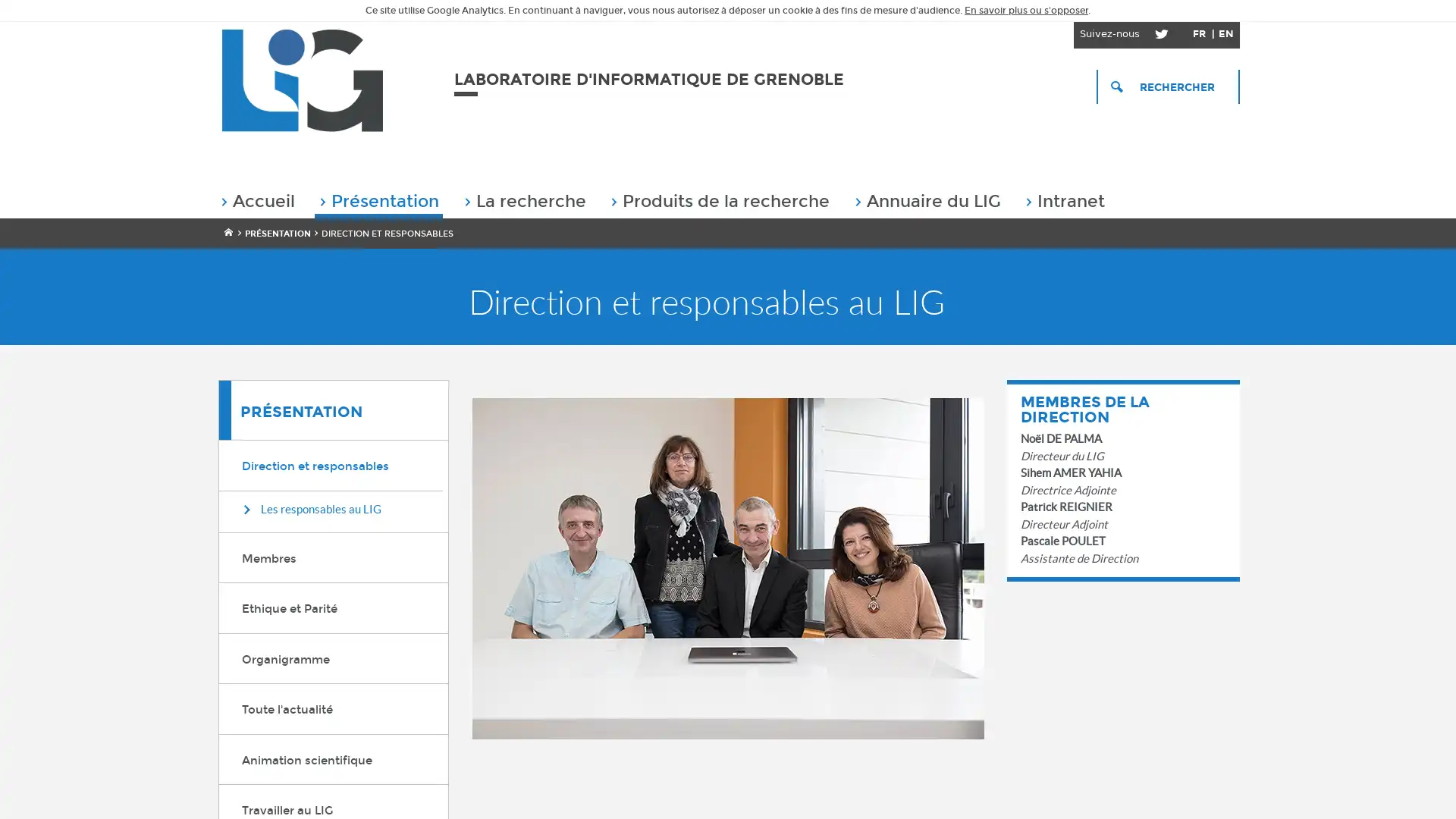  Describe the element at coordinates (1167, 86) in the screenshot. I see `RECHERCHER` at that location.